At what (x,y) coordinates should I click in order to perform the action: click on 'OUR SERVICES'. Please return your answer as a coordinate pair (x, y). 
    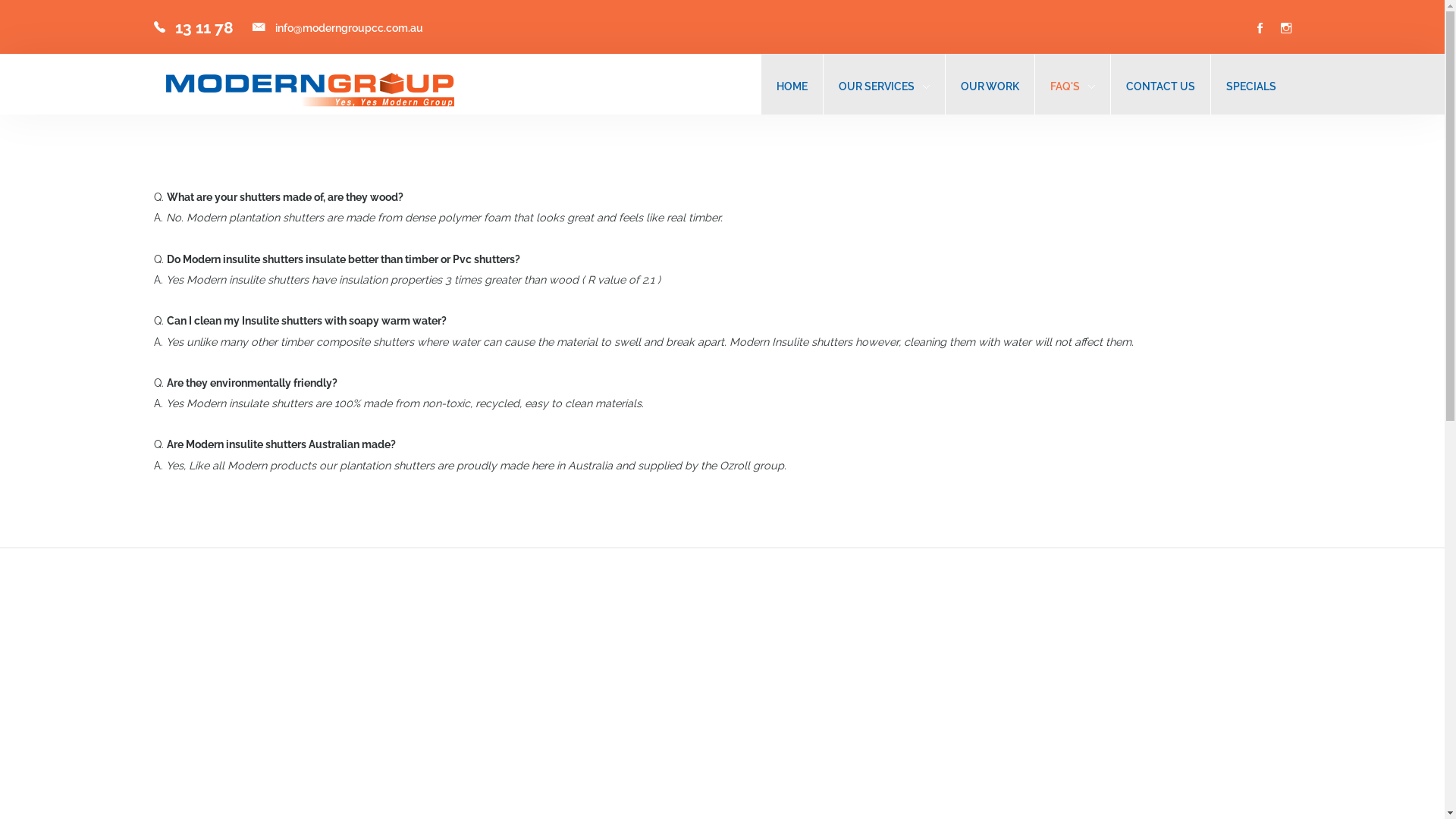
    Looking at the image, I should click on (884, 86).